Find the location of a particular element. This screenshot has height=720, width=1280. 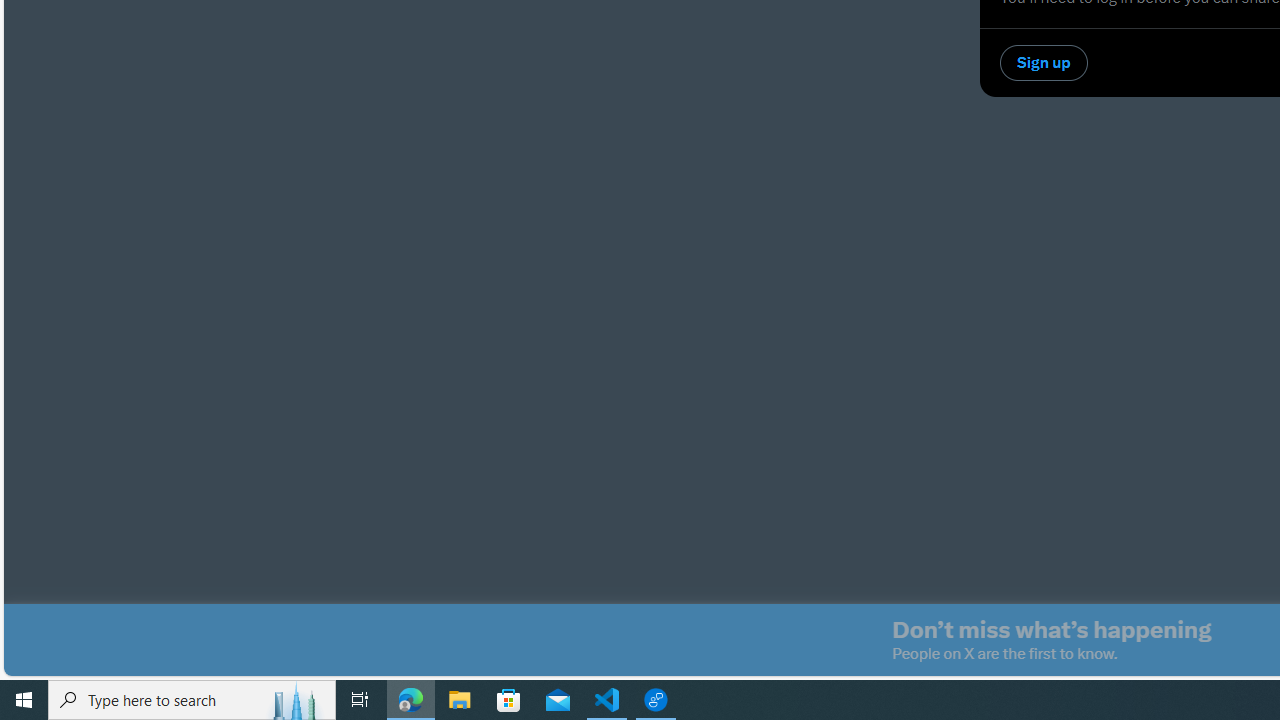

'Edge Feedback - 1 running window' is located at coordinates (656, 698).